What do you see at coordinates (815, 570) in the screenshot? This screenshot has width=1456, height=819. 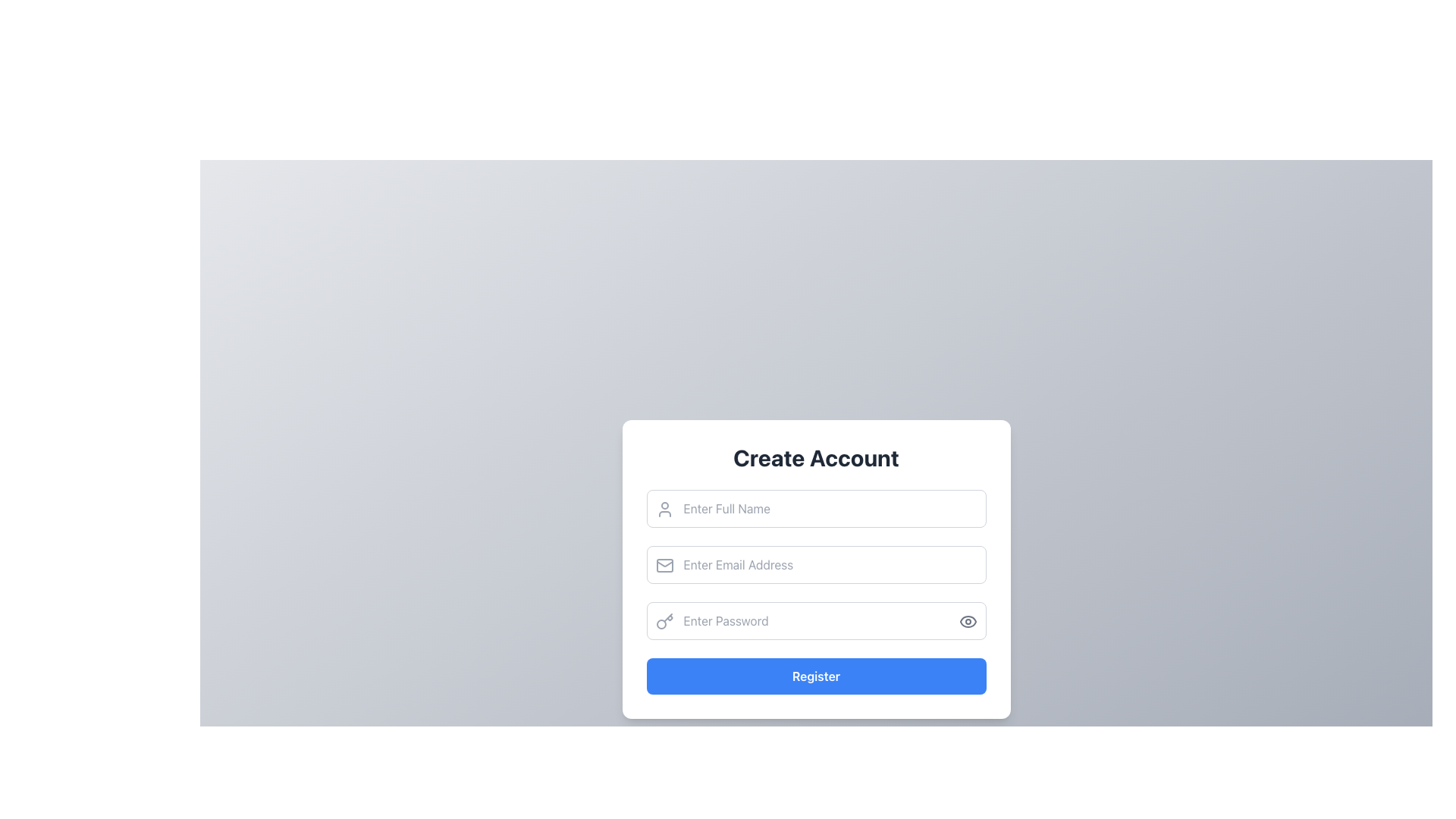 I see `the email input field to focus on it, which is the second input field in the account creation form, positioned below the 'Enter Full Name' field and above the 'Enter Password' field` at bounding box center [815, 570].